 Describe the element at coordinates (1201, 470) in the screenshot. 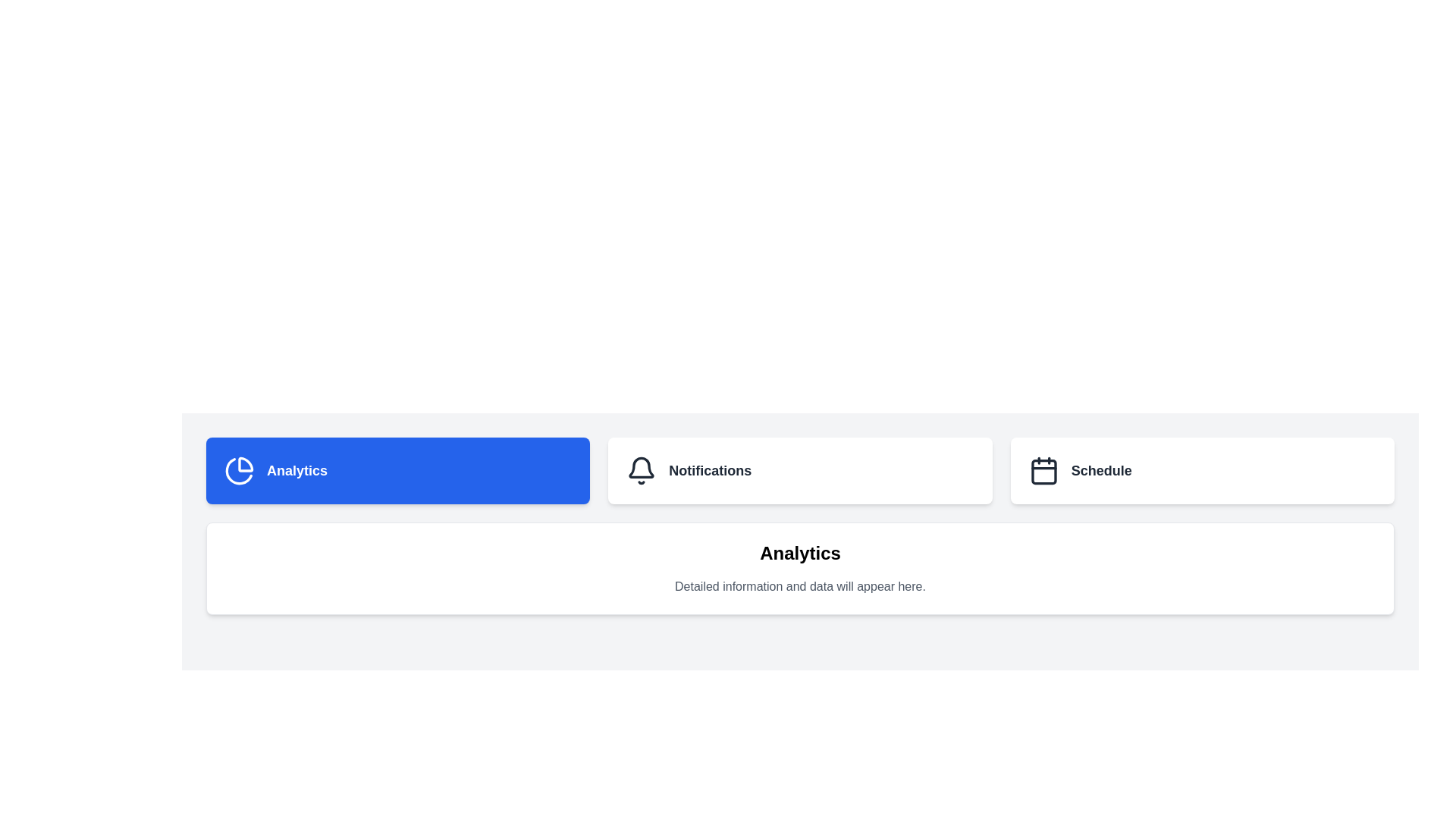

I see `the rightmost button in a row of three buttons, which accesses scheduling functionalities` at that location.